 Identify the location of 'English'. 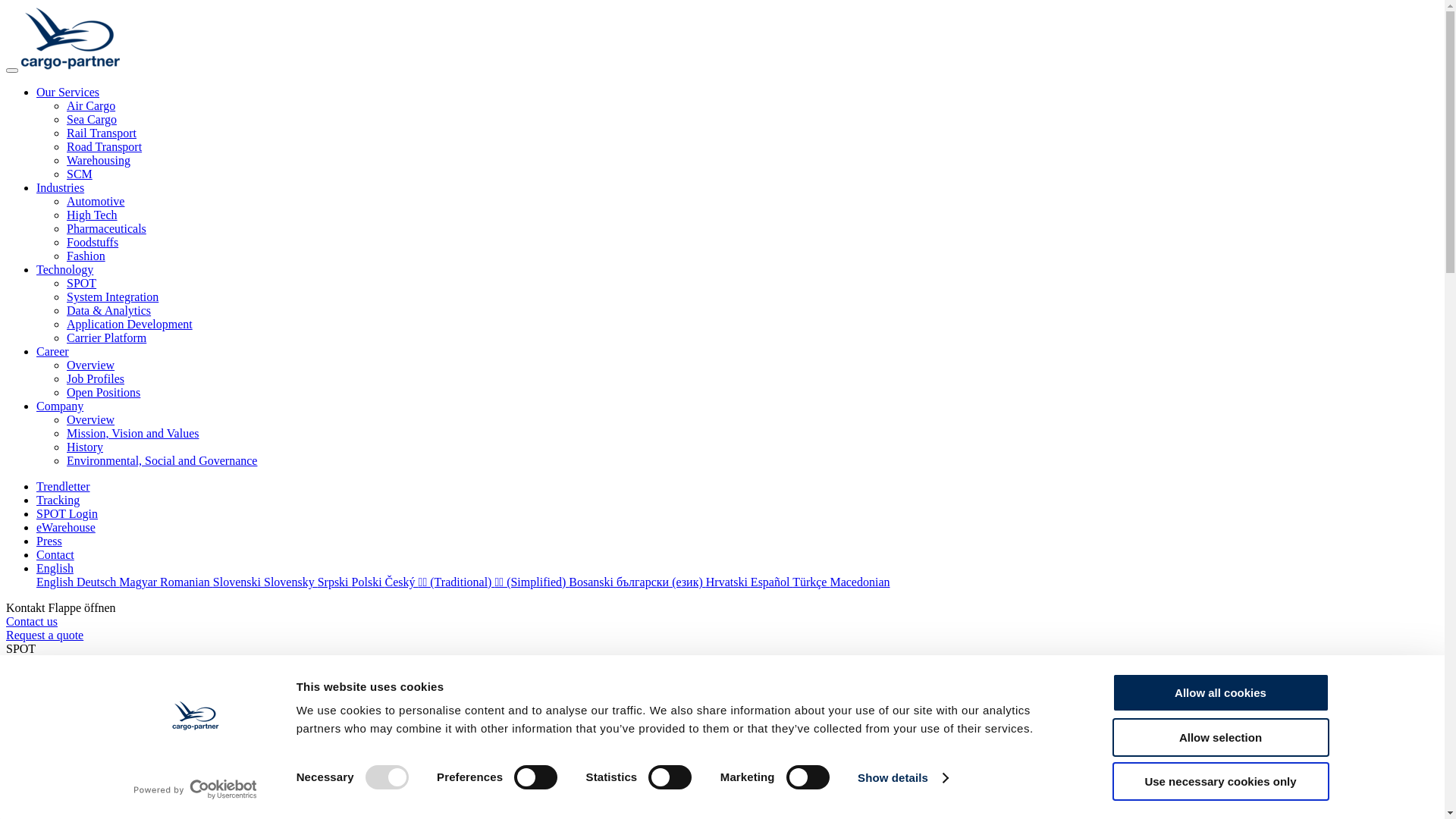
(55, 568).